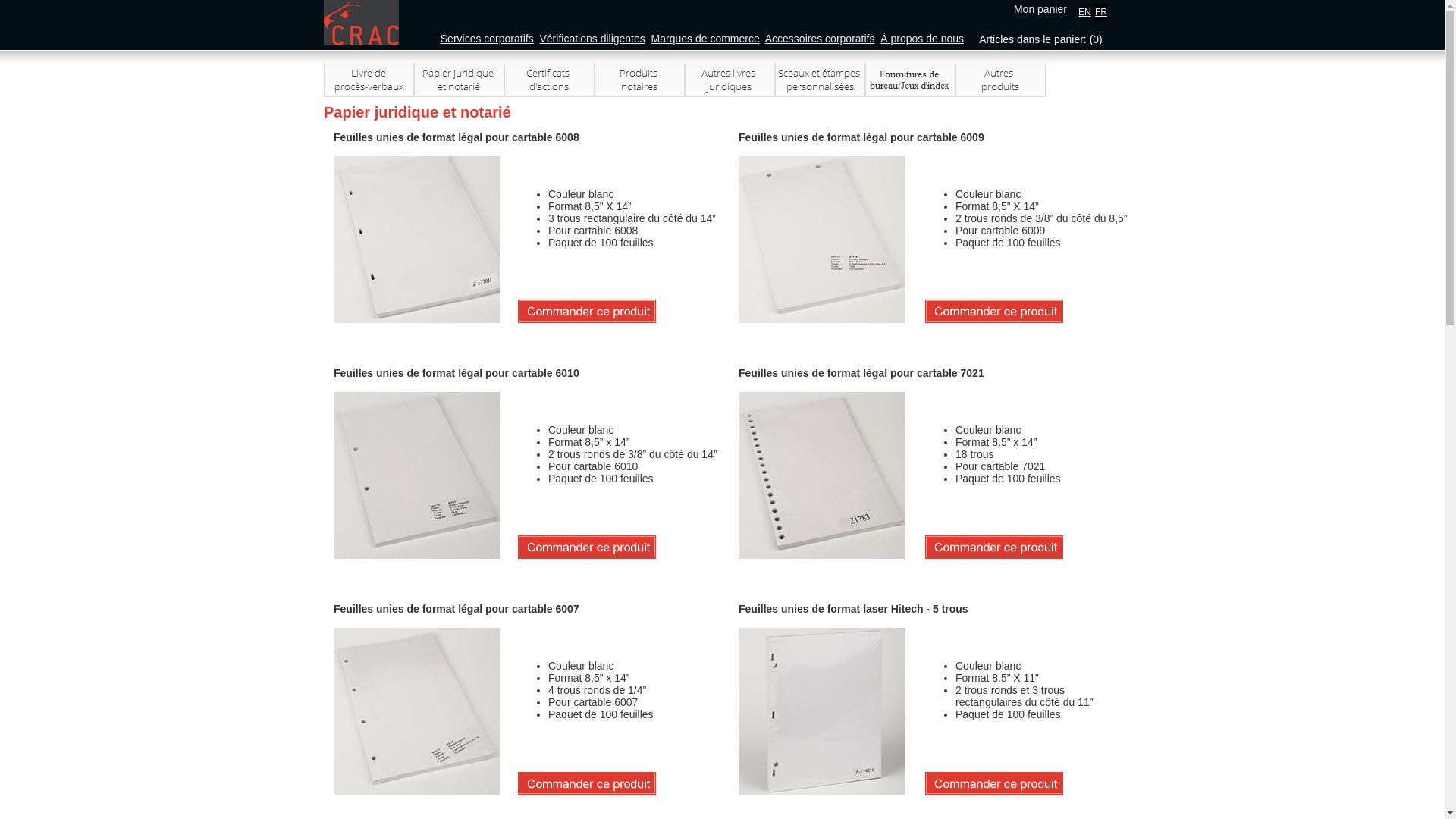  What do you see at coordinates (1100, 11) in the screenshot?
I see `'FR'` at bounding box center [1100, 11].